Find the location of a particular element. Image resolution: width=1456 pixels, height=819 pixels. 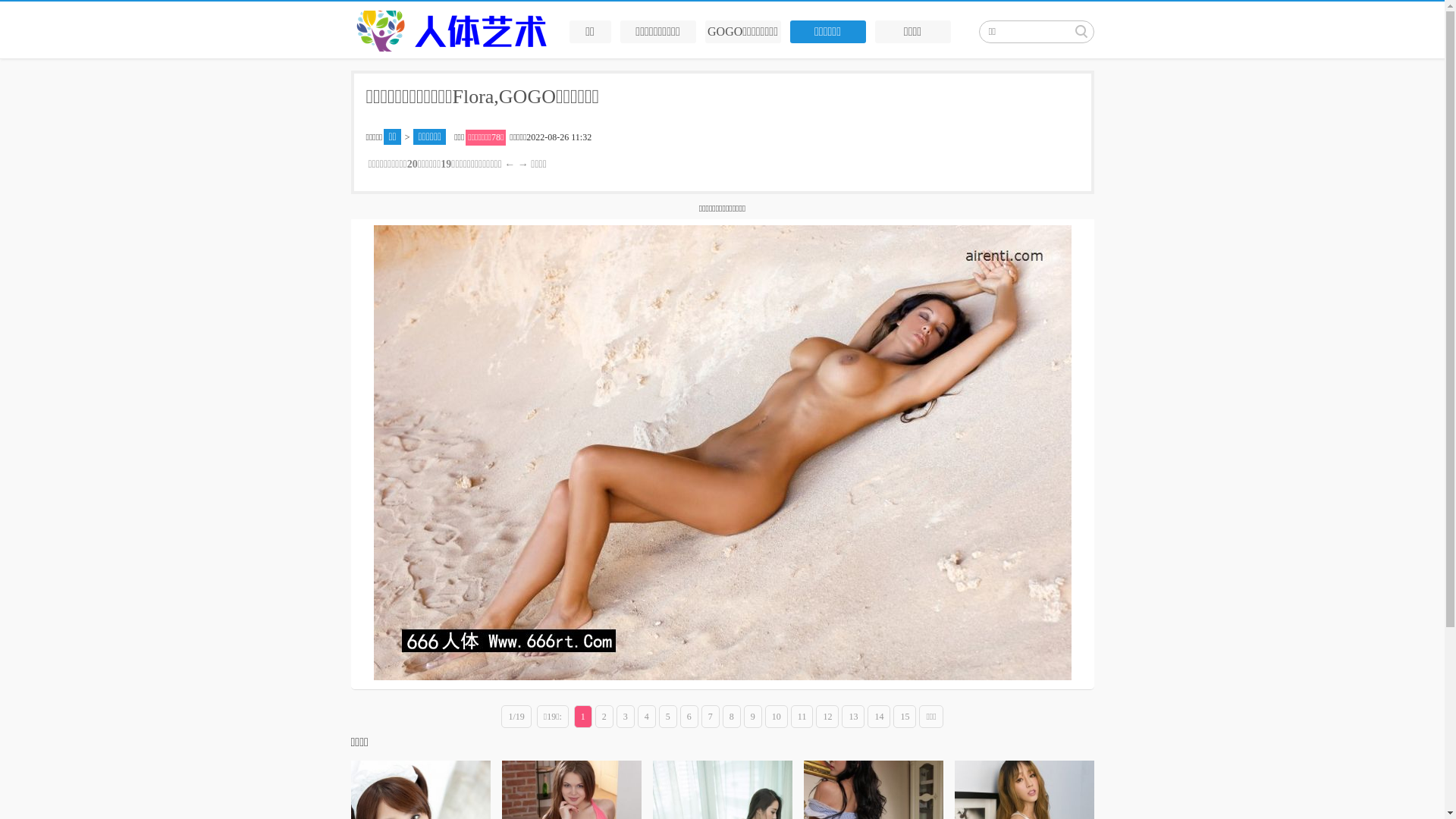

'12' is located at coordinates (814, 717).